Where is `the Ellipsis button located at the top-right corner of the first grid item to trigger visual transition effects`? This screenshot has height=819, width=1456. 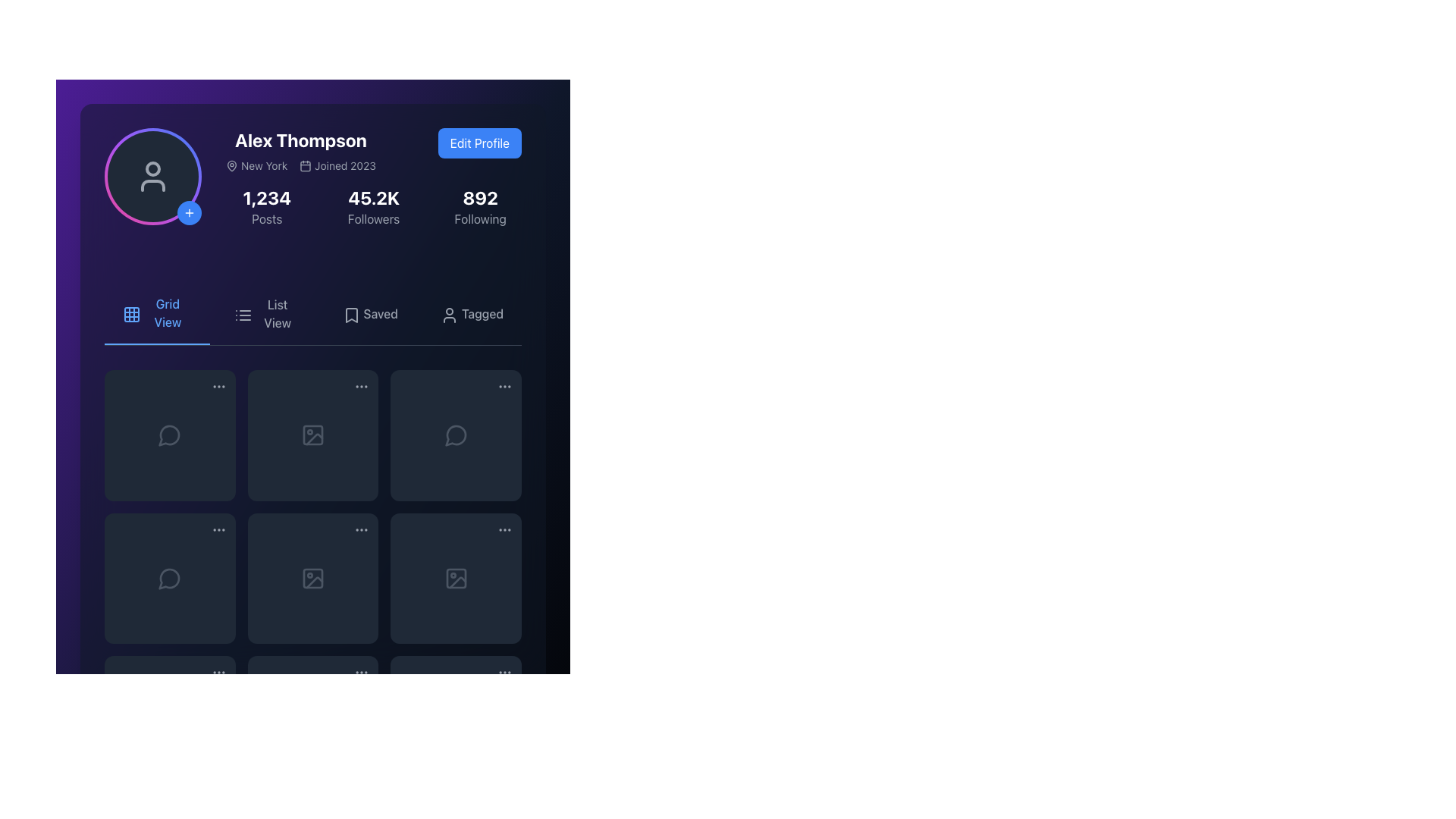 the Ellipsis button located at the top-right corner of the first grid item to trigger visual transition effects is located at coordinates (218, 385).